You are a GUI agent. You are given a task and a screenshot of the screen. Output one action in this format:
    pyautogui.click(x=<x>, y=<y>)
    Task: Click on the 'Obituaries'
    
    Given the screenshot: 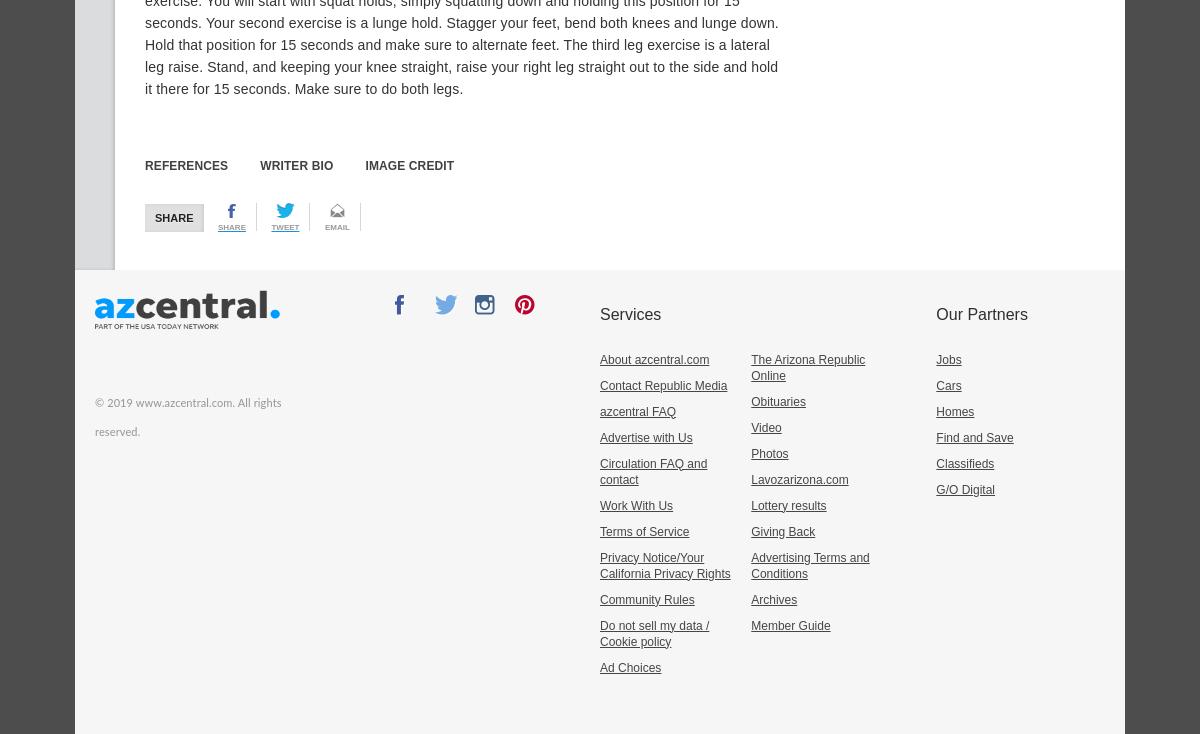 What is the action you would take?
    pyautogui.click(x=776, y=399)
    